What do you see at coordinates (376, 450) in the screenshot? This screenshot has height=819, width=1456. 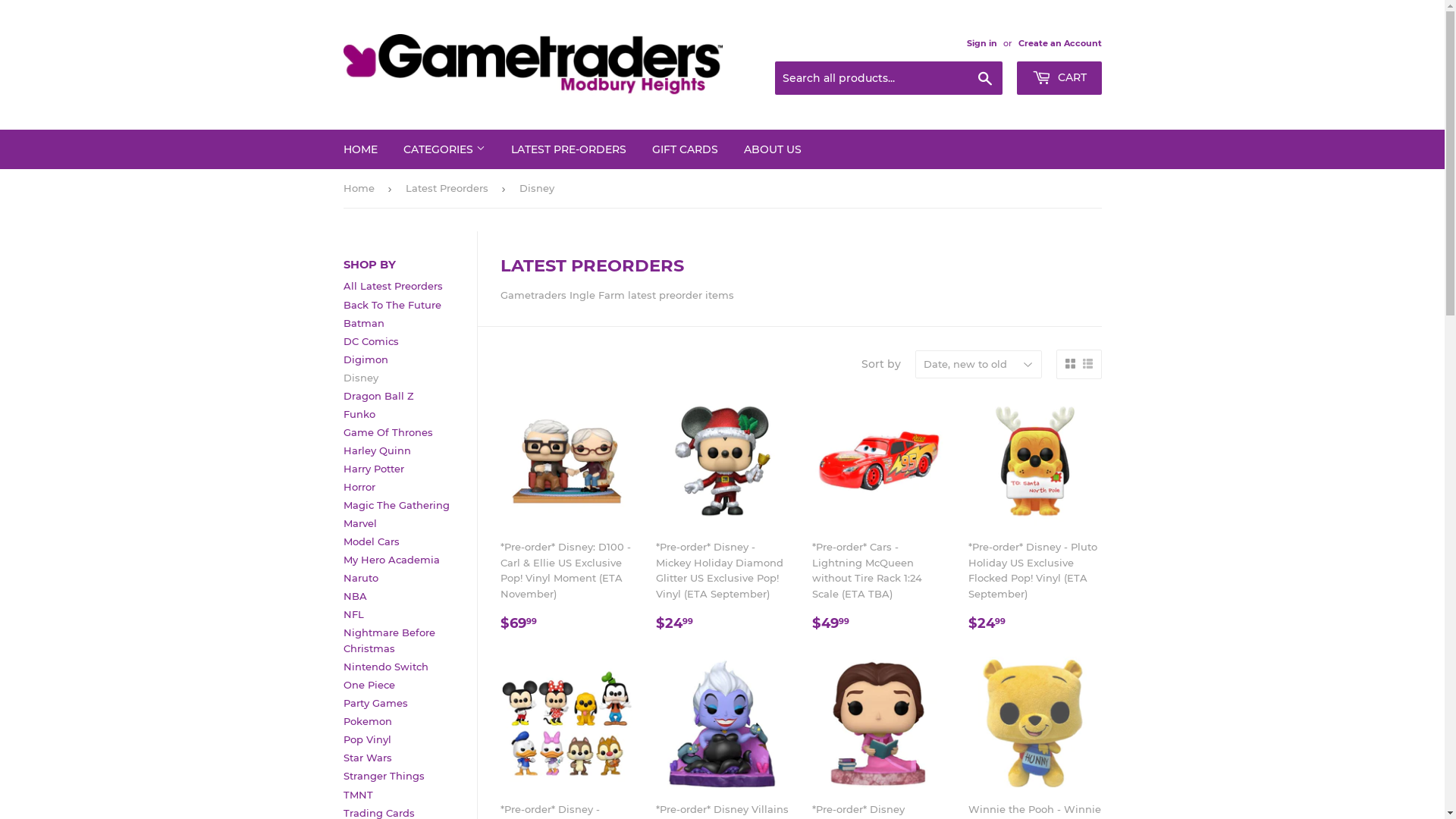 I see `'Harley Quinn'` at bounding box center [376, 450].